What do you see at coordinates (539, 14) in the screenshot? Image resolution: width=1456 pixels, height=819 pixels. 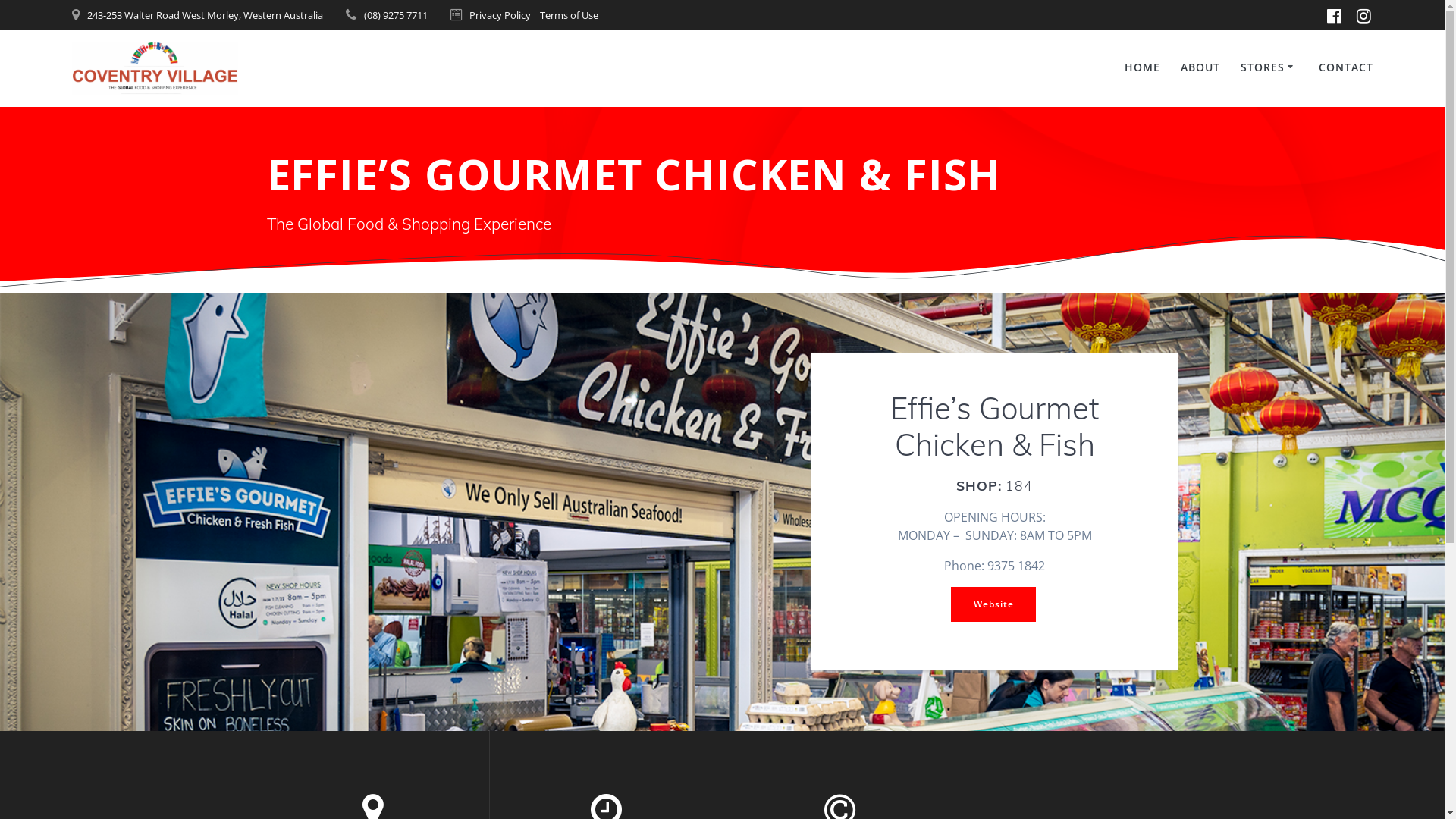 I see `'Terms of Use'` at bounding box center [539, 14].